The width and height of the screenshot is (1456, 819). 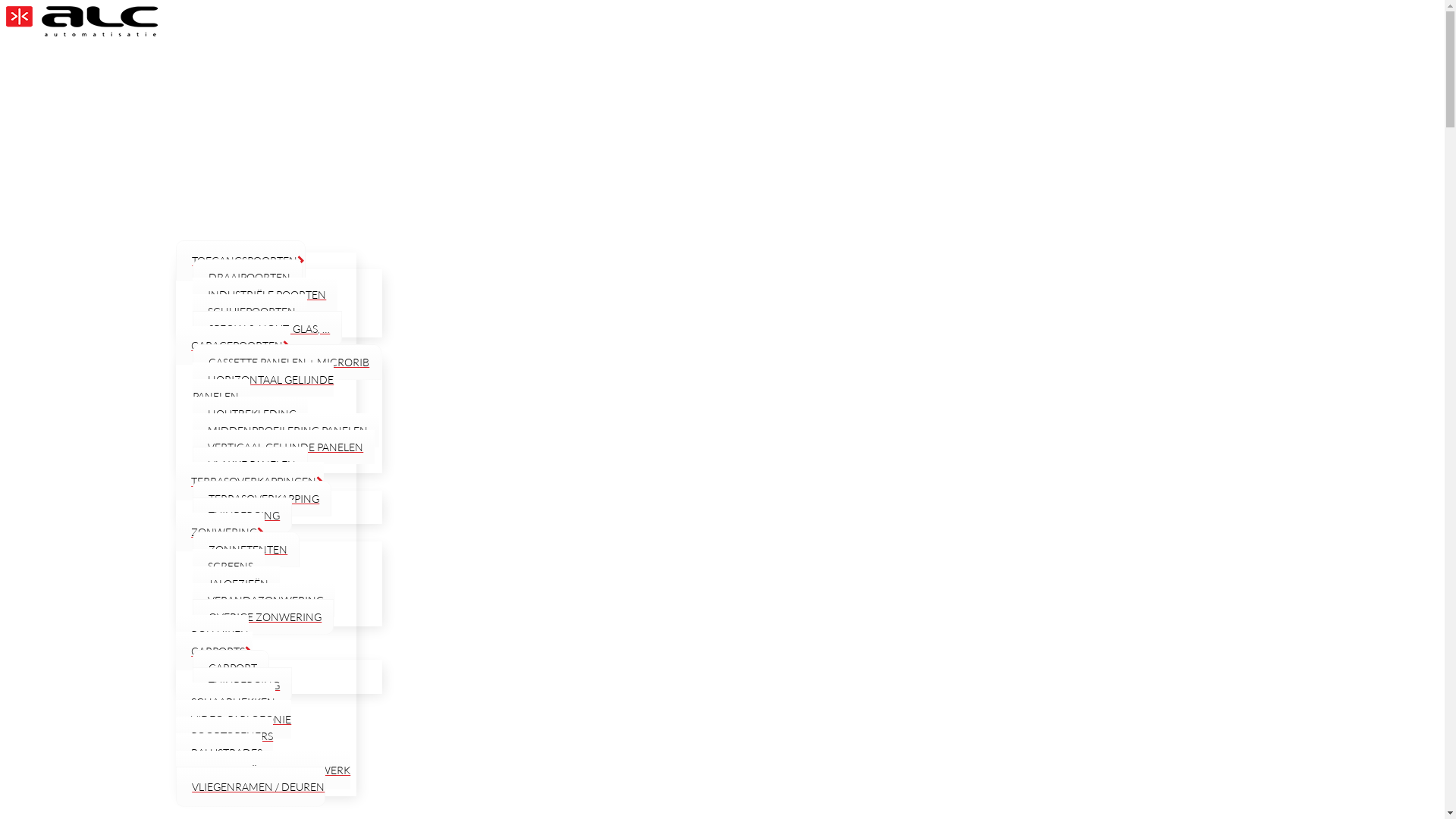 I want to click on 'SCREENS', so click(x=227, y=566).